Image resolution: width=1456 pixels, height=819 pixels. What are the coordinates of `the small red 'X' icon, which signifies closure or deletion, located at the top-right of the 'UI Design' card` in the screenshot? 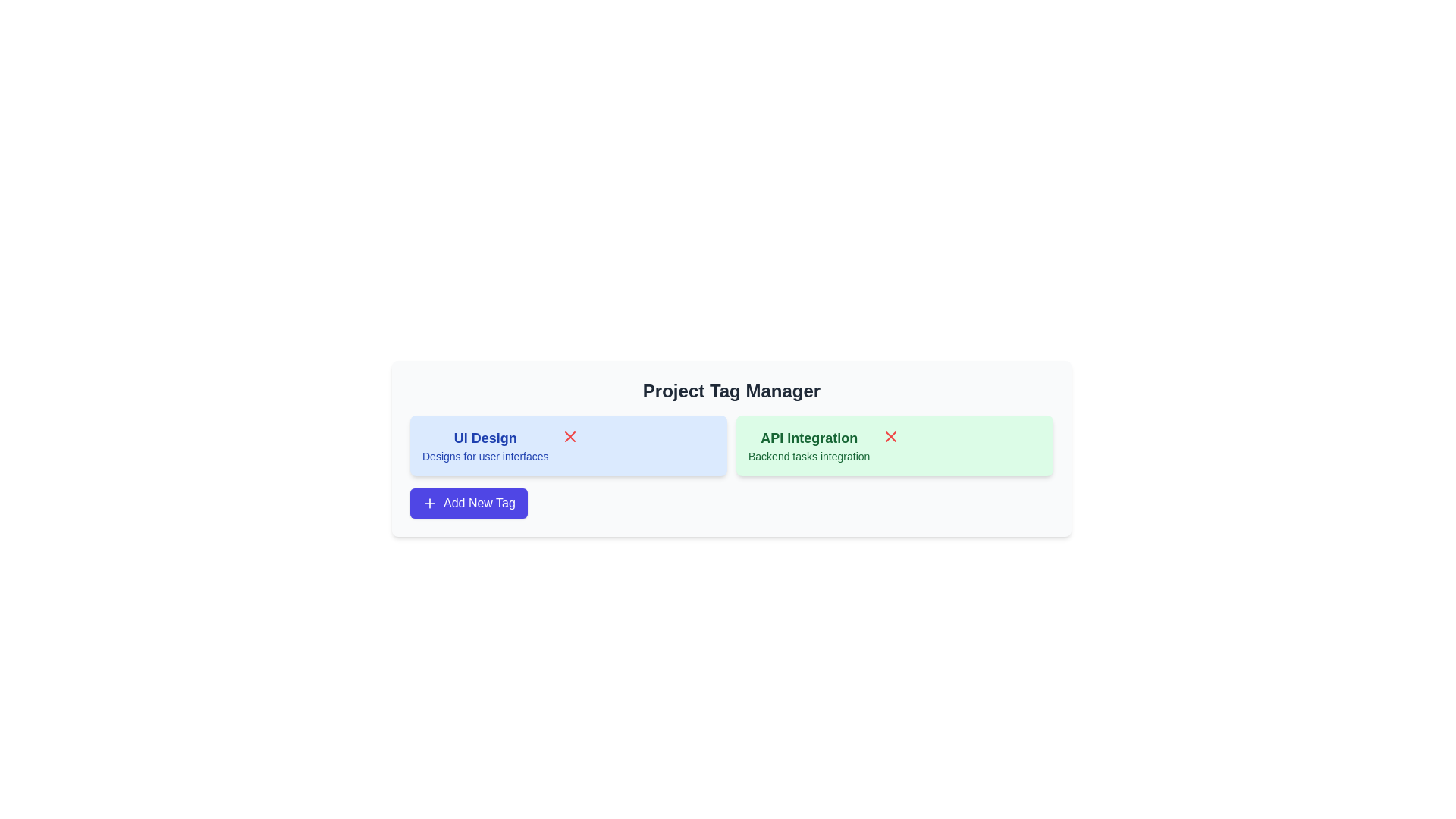 It's located at (569, 436).